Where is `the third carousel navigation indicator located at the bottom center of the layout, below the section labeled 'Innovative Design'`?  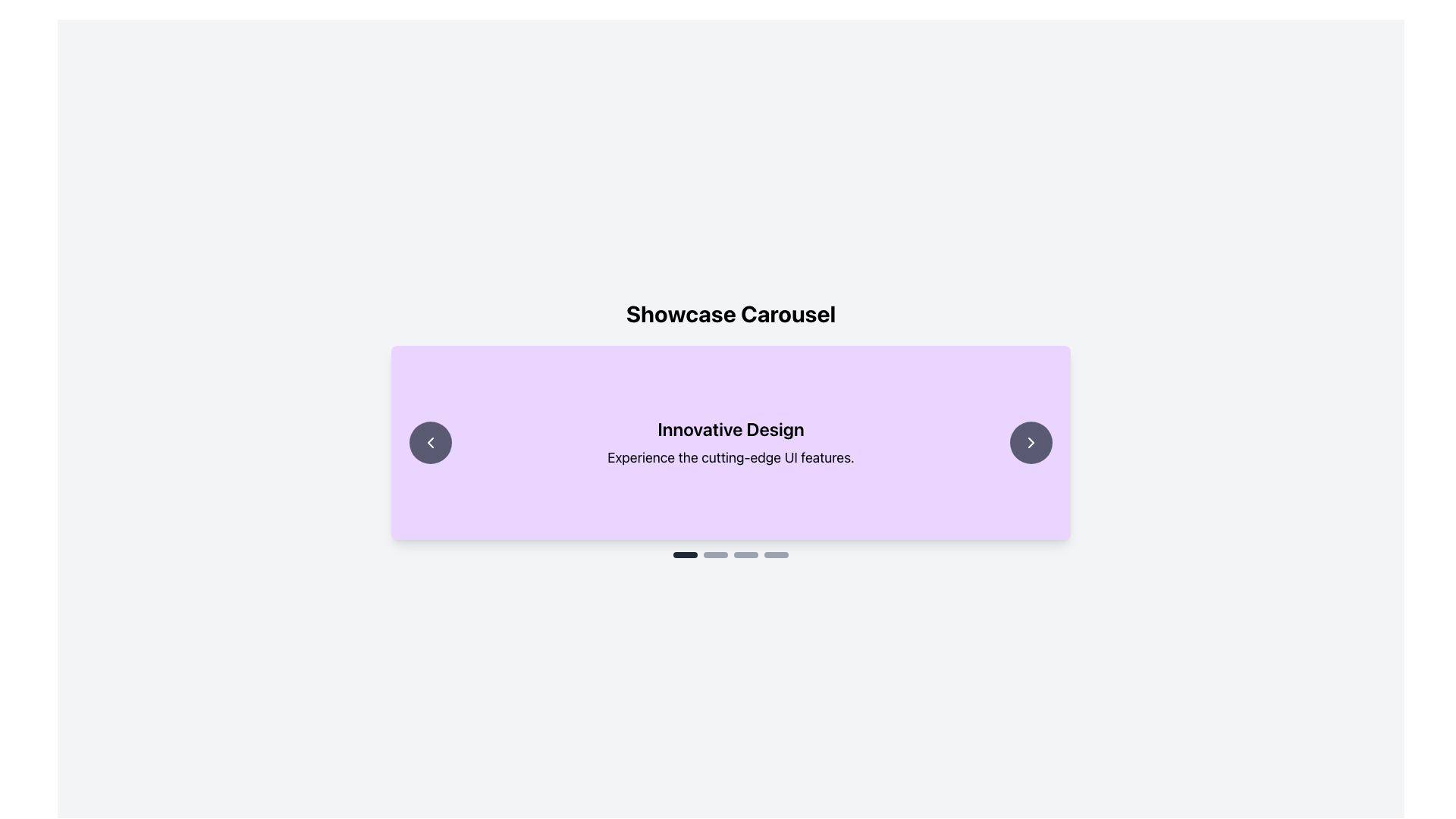 the third carousel navigation indicator located at the bottom center of the layout, below the section labeled 'Innovative Design' is located at coordinates (745, 555).